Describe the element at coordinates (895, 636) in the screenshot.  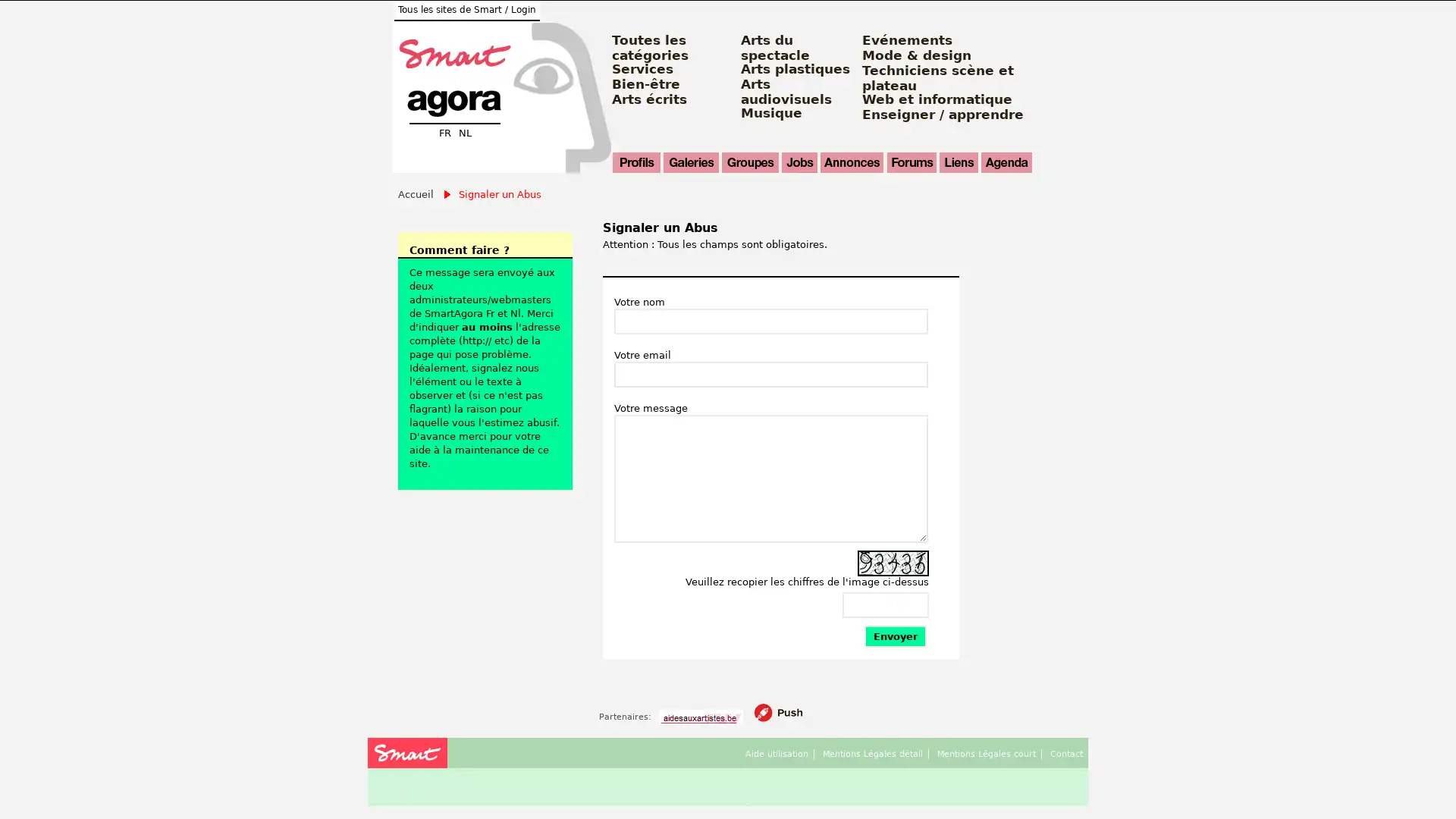
I see `Envoyer` at that location.